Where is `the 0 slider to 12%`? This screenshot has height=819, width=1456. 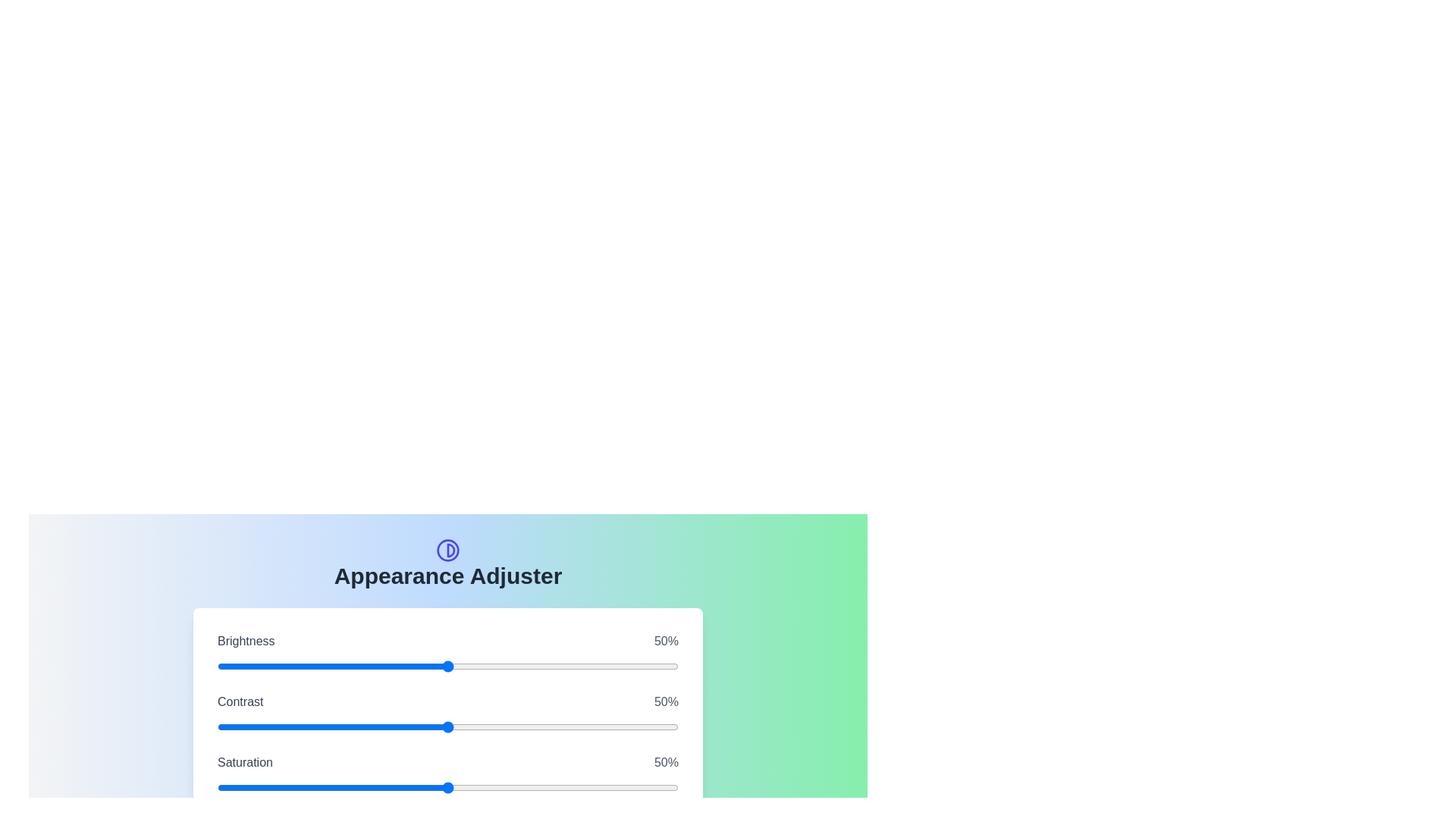
the 0 slider to 12% is located at coordinates (475, 666).